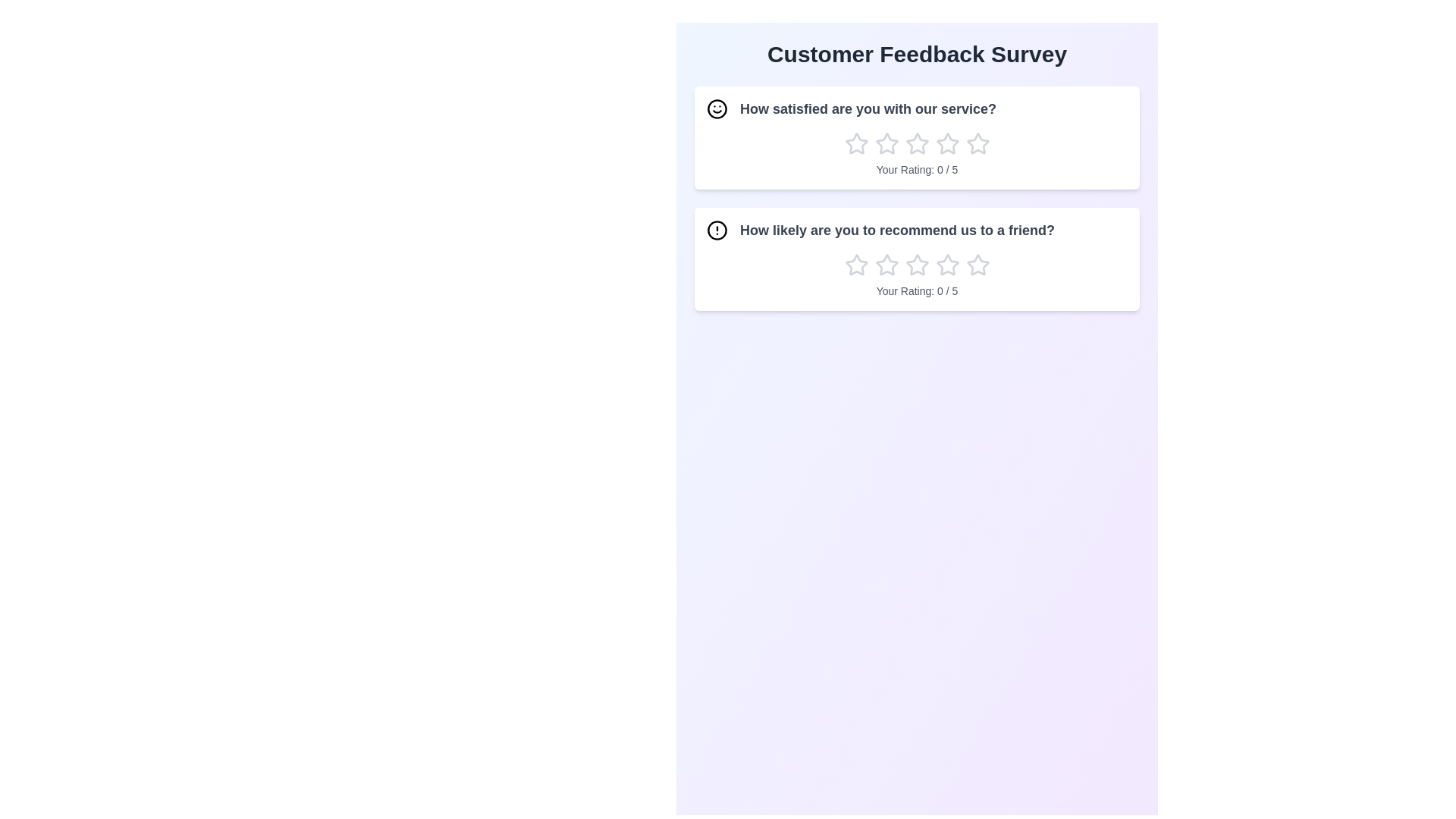 The image size is (1456, 819). What do you see at coordinates (716, 231) in the screenshot?
I see `the icon associated with the question 'How likely are you to recommend us to a friend?'` at bounding box center [716, 231].